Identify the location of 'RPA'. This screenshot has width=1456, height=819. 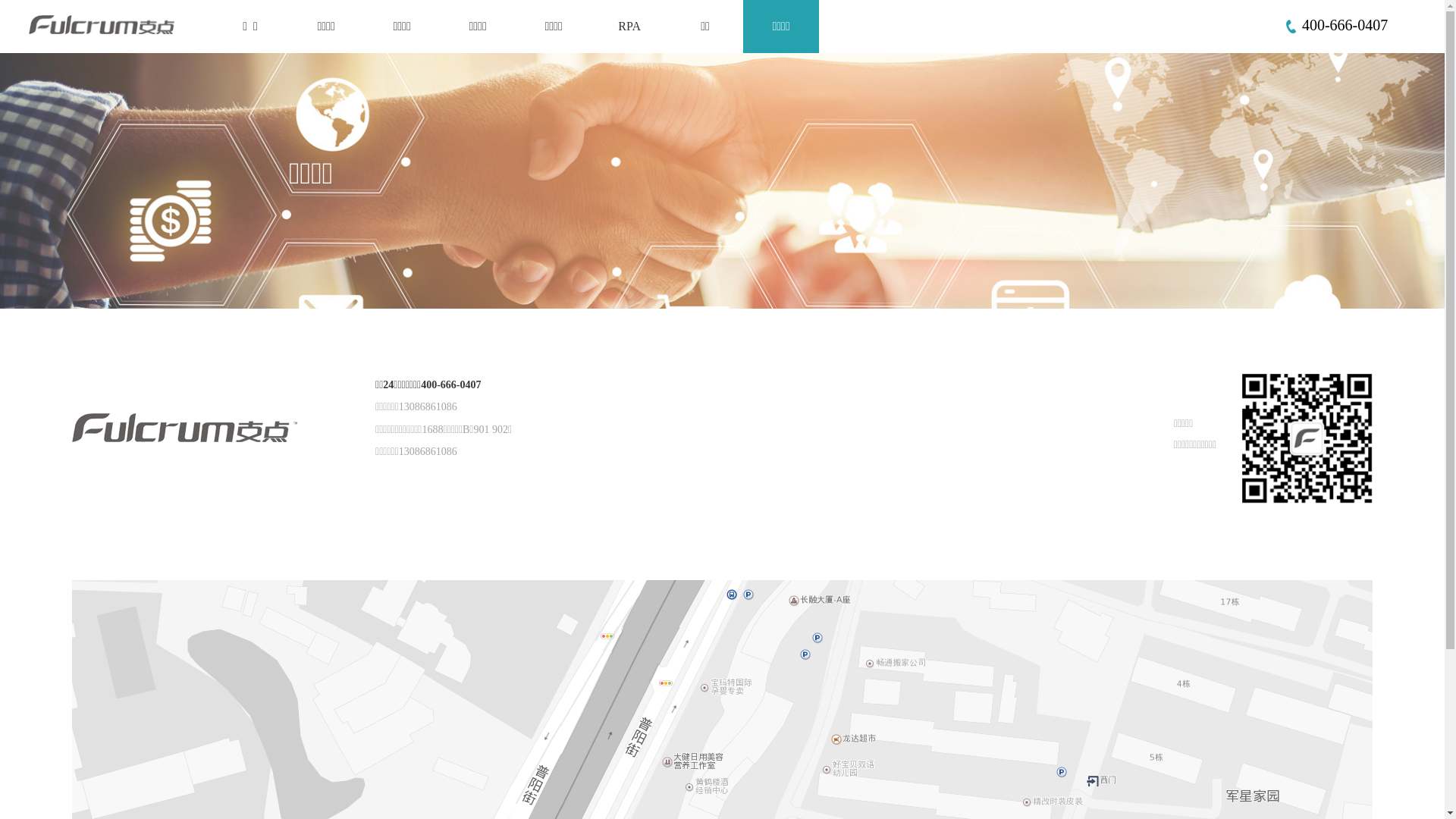
(629, 26).